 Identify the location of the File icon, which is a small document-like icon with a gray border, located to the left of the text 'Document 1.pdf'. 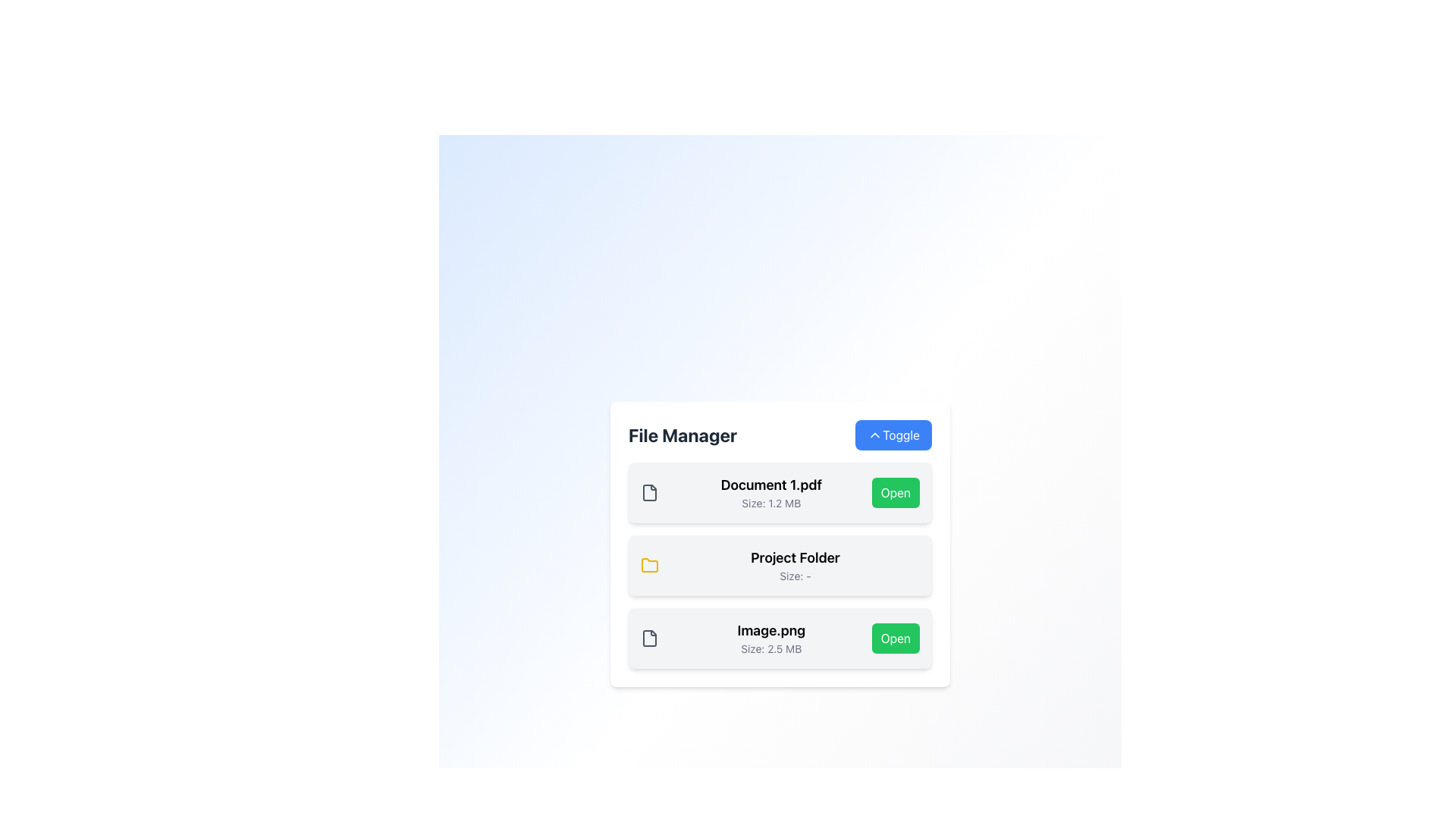
(650, 493).